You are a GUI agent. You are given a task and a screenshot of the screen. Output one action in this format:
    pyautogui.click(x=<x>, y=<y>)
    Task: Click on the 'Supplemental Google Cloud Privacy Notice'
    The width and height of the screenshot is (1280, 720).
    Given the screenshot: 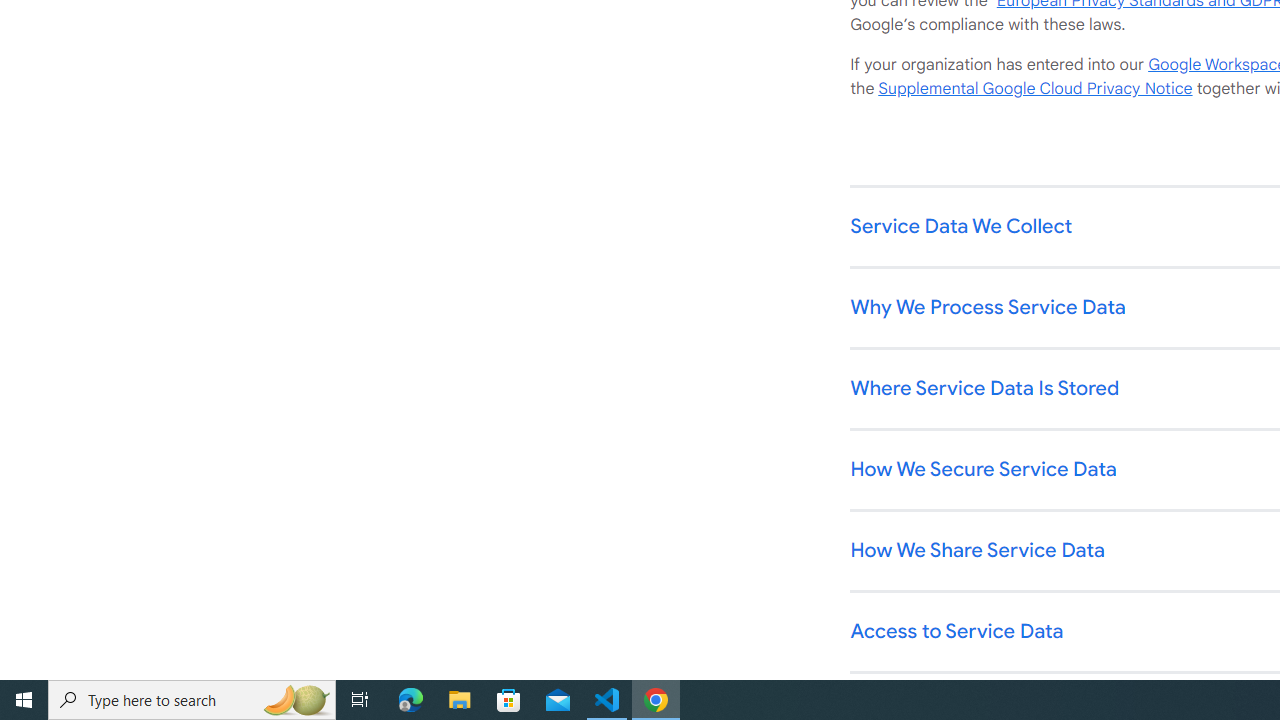 What is the action you would take?
    pyautogui.click(x=1035, y=88)
    